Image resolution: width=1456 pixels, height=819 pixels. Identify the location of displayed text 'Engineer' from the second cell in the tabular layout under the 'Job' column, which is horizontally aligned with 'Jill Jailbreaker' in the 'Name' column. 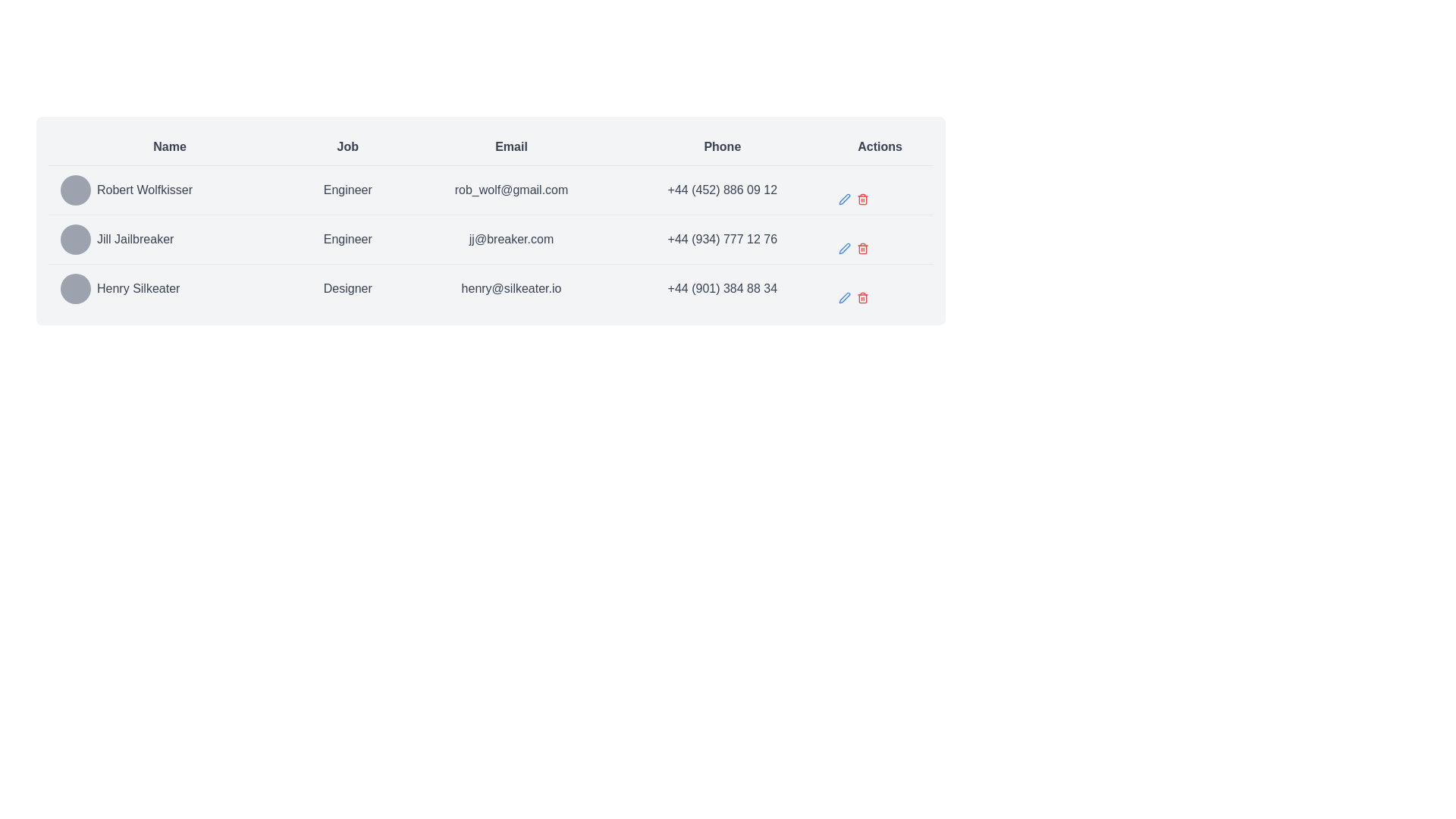
(347, 239).